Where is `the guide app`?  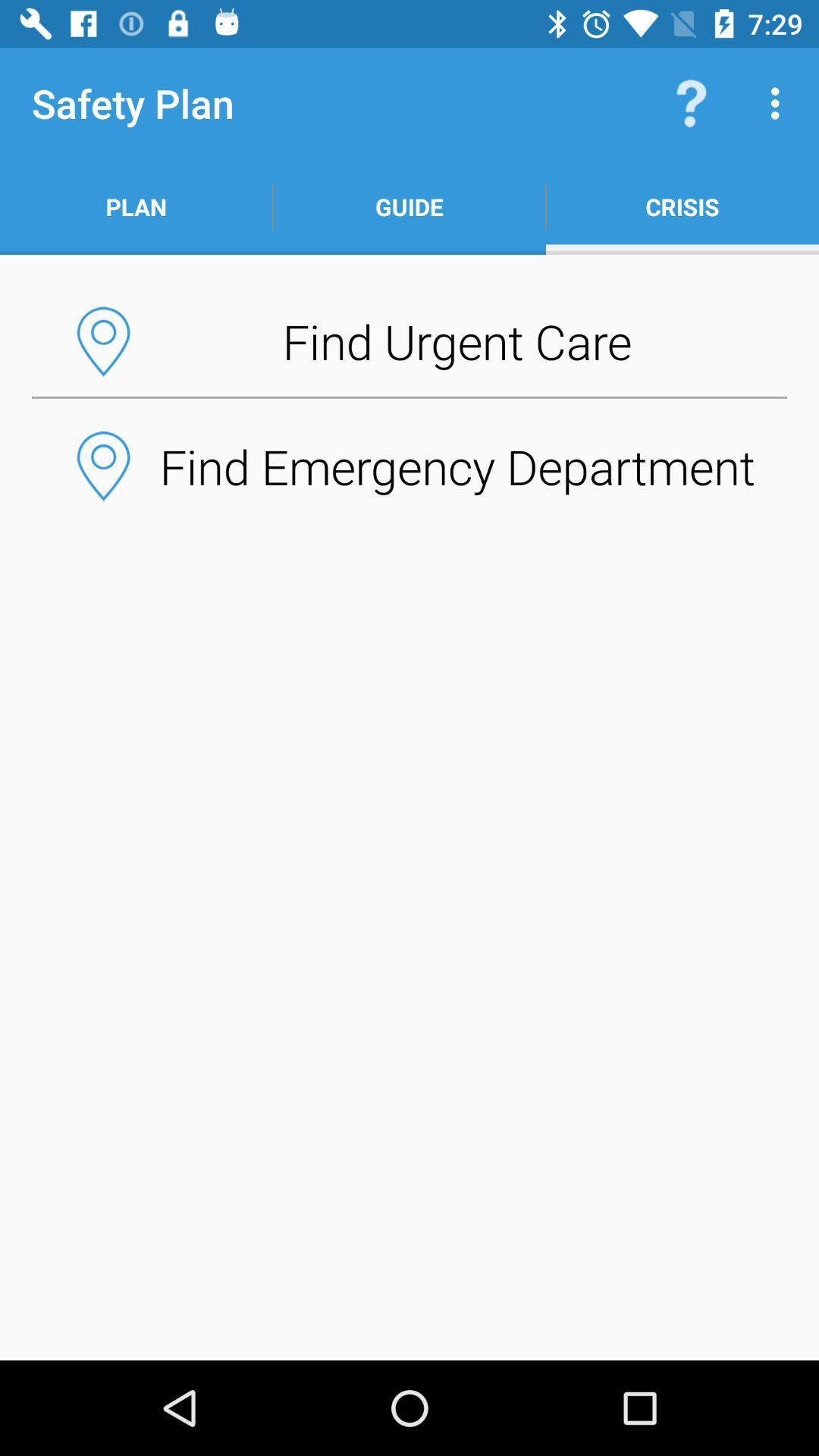
the guide app is located at coordinates (409, 206).